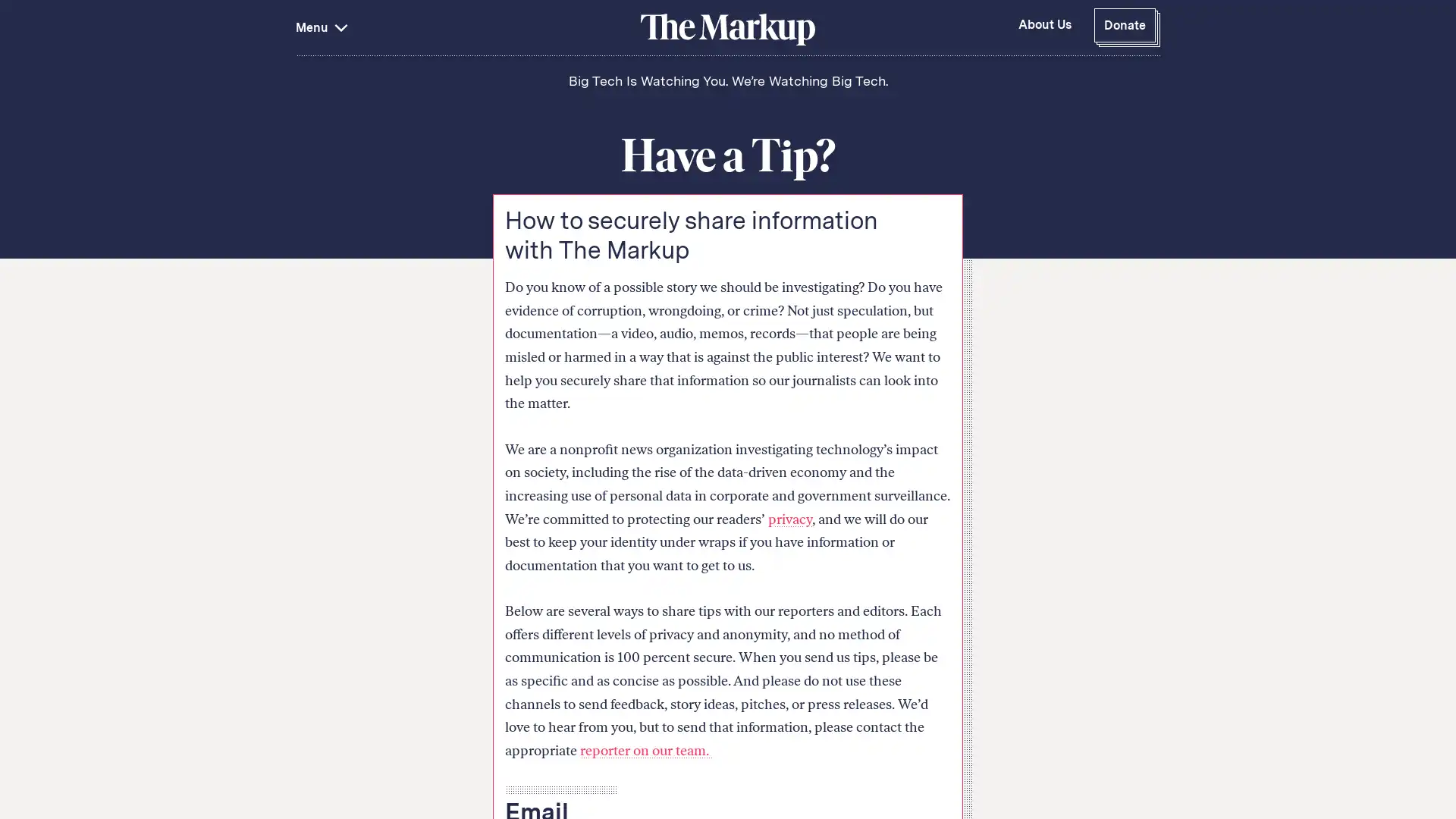 Image resolution: width=1456 pixels, height=819 pixels. Describe the element at coordinates (465, 27) in the screenshot. I see `Site menu` at that location.